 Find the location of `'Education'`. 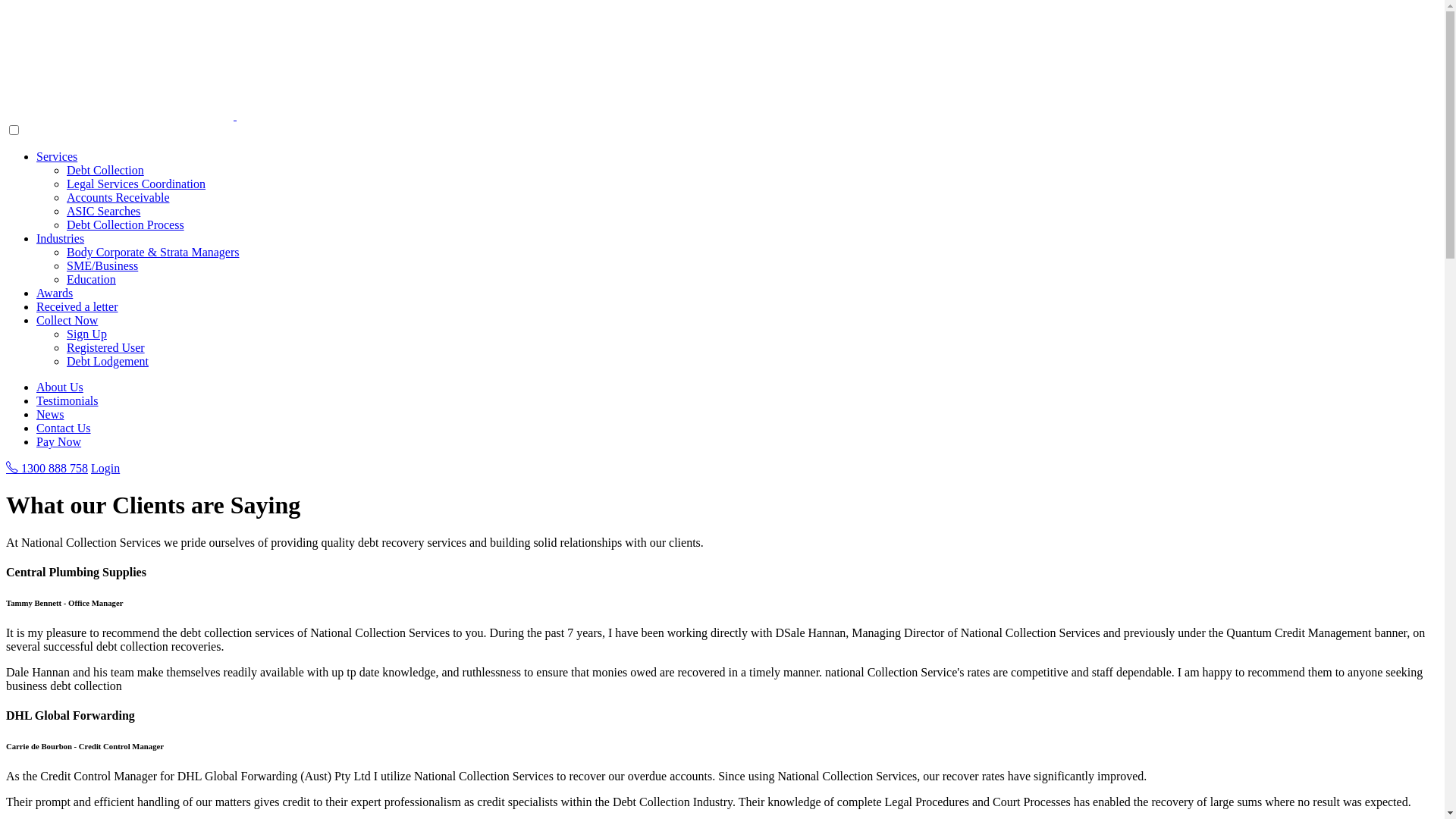

'Education' is located at coordinates (90, 279).